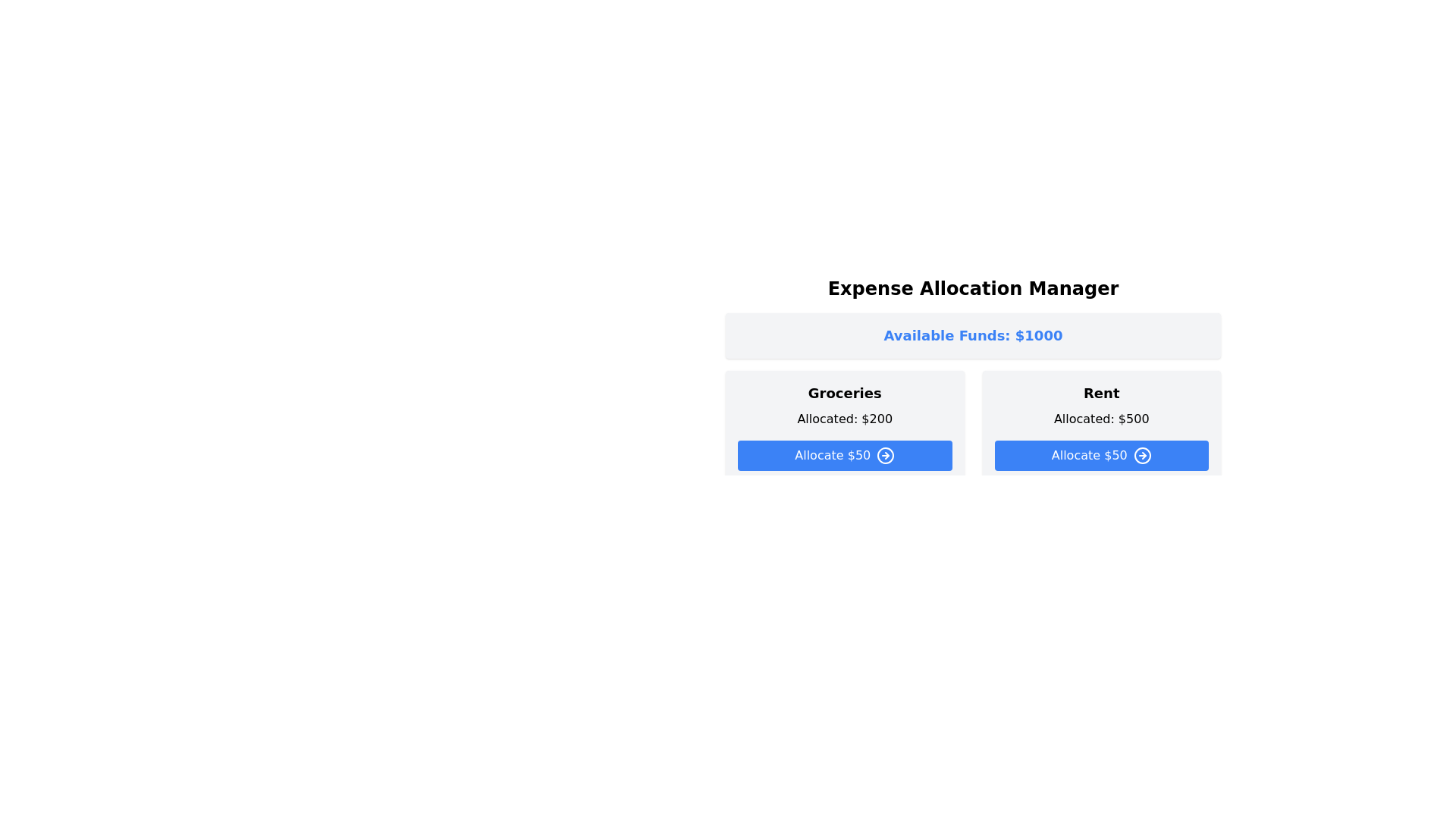 Image resolution: width=1456 pixels, height=819 pixels. I want to click on the rectangular button with a blue background and white text 'Allocate $50' located beneath the 'Allocated: $200' text in the 'Groceries' card, so click(844, 455).